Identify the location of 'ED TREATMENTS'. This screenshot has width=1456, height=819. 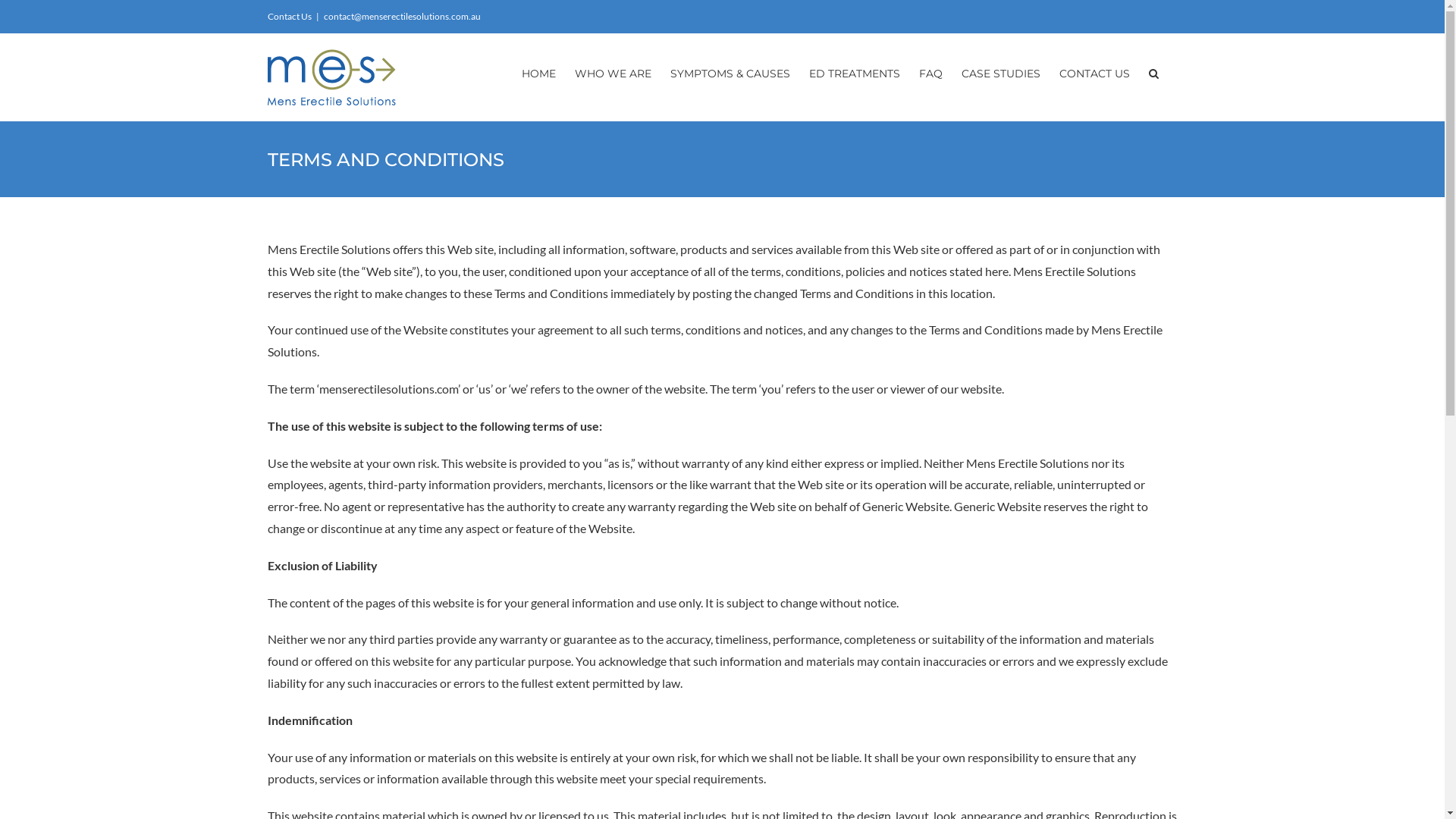
(854, 73).